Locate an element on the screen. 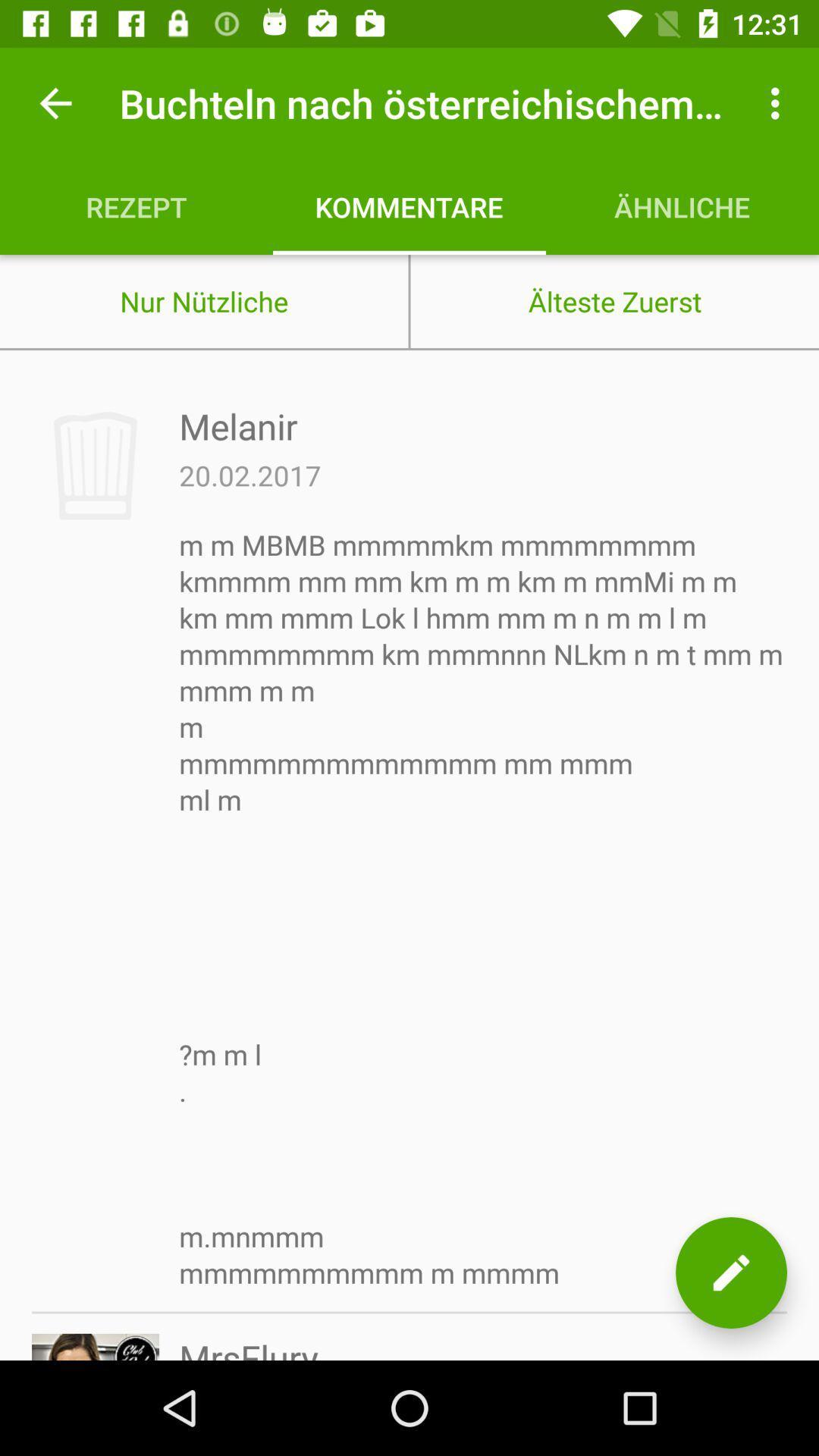  item above rezept is located at coordinates (55, 102).